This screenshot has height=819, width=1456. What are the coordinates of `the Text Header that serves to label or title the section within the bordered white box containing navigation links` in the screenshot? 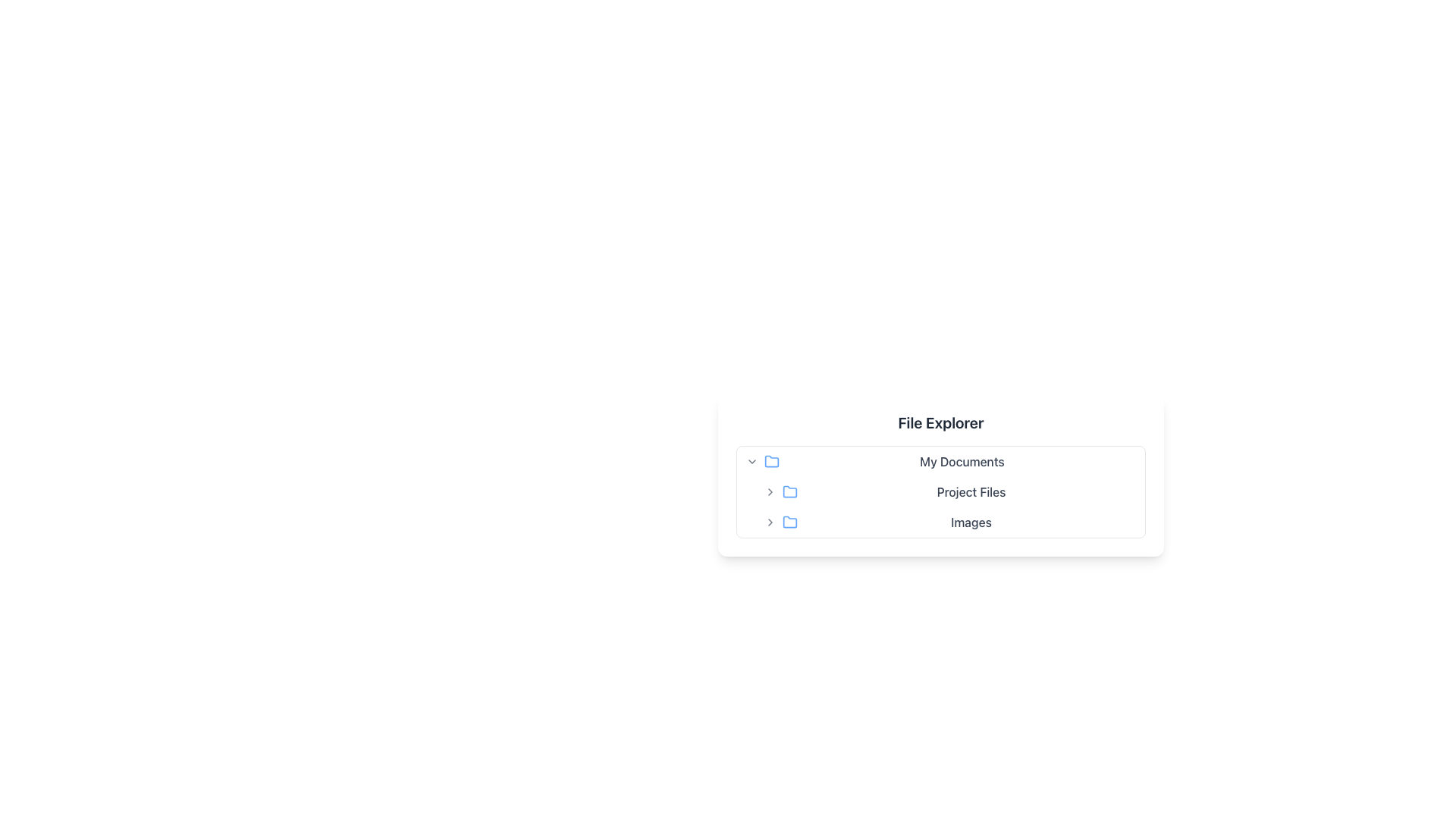 It's located at (940, 423).